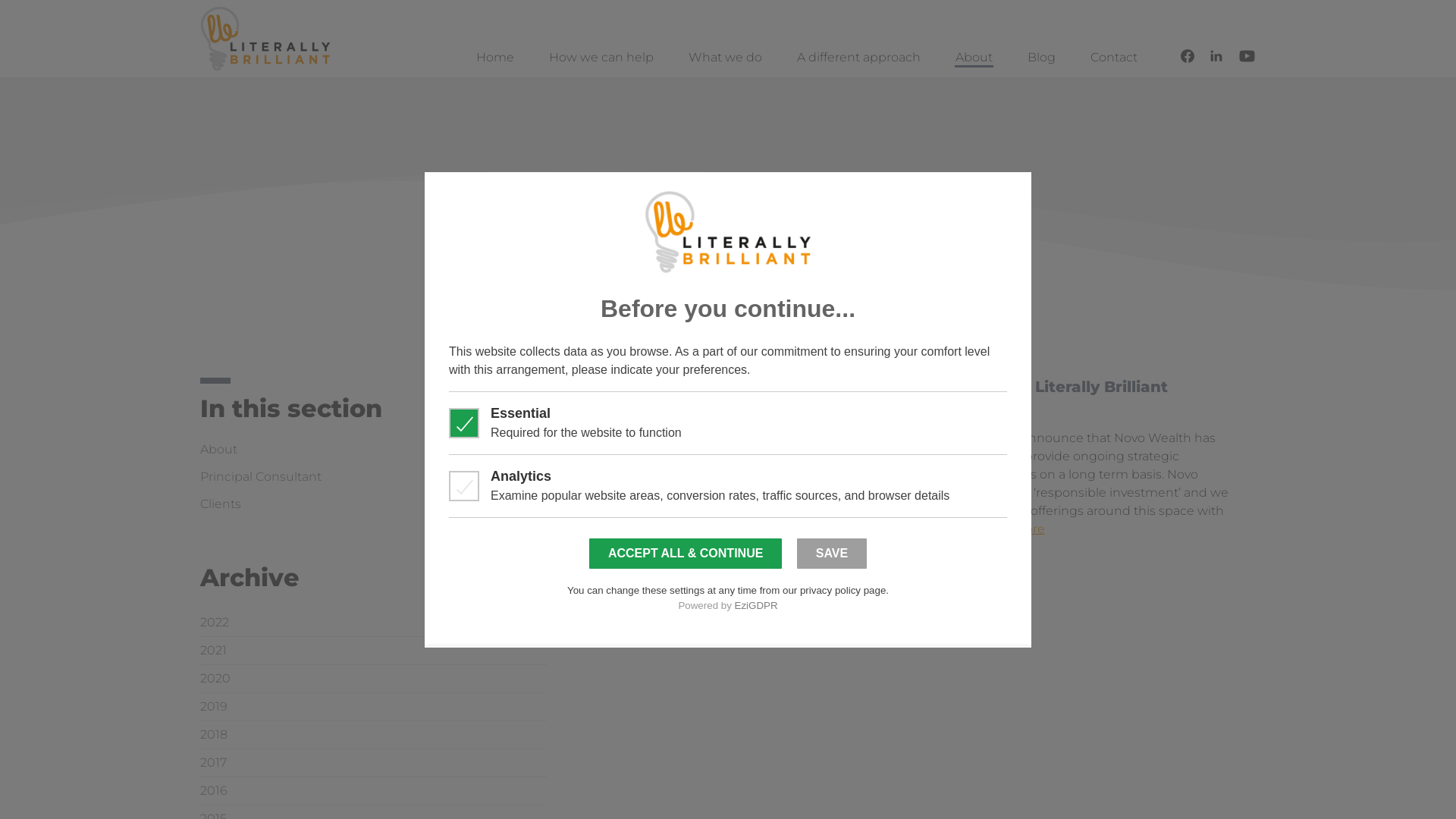 Image resolution: width=1456 pixels, height=819 pixels. Describe the element at coordinates (1186, 55) in the screenshot. I see `'Follow us on Facebook'` at that location.